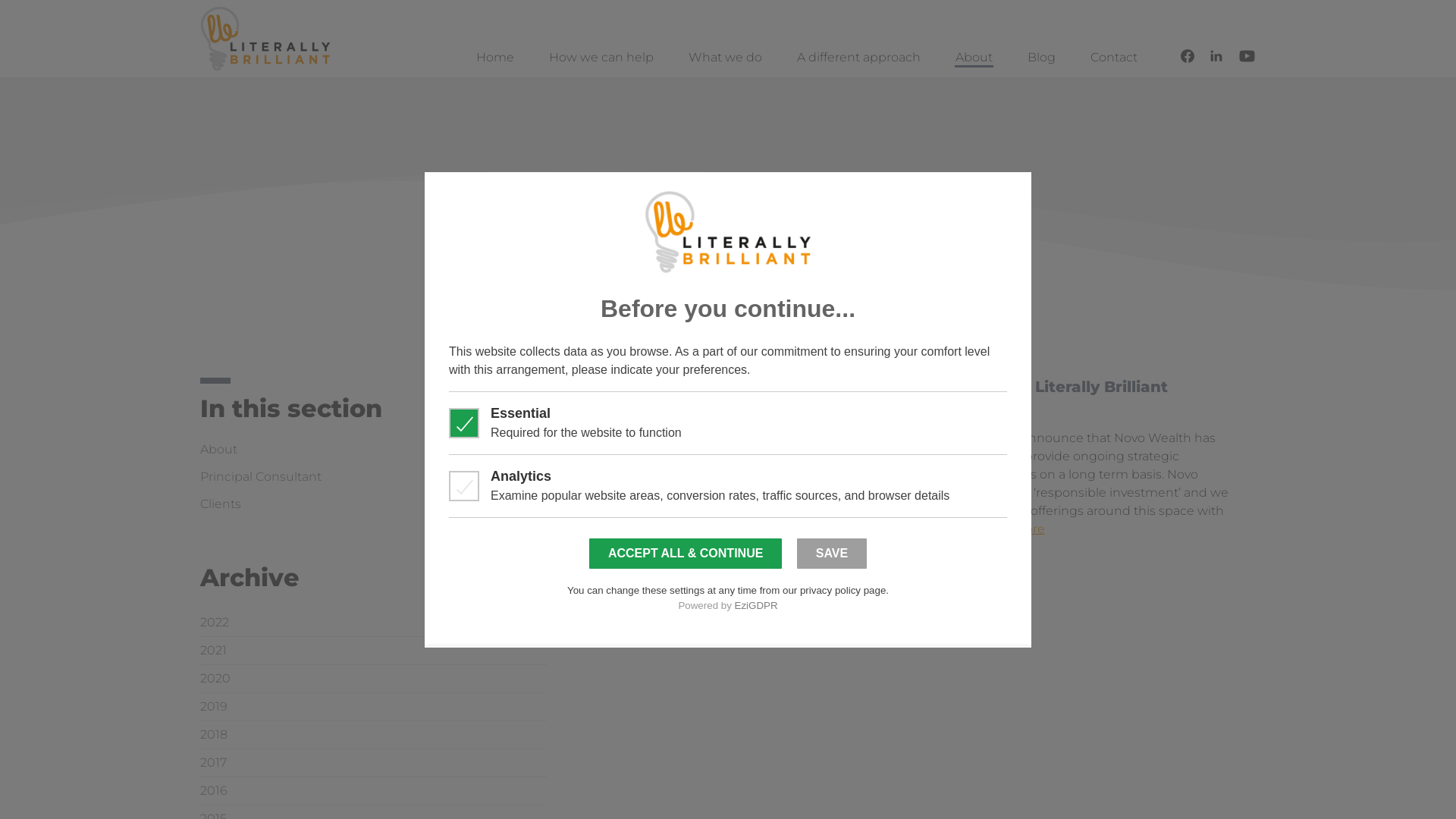 Image resolution: width=1456 pixels, height=819 pixels. Describe the element at coordinates (1186, 55) in the screenshot. I see `'Follow us on Facebook'` at that location.